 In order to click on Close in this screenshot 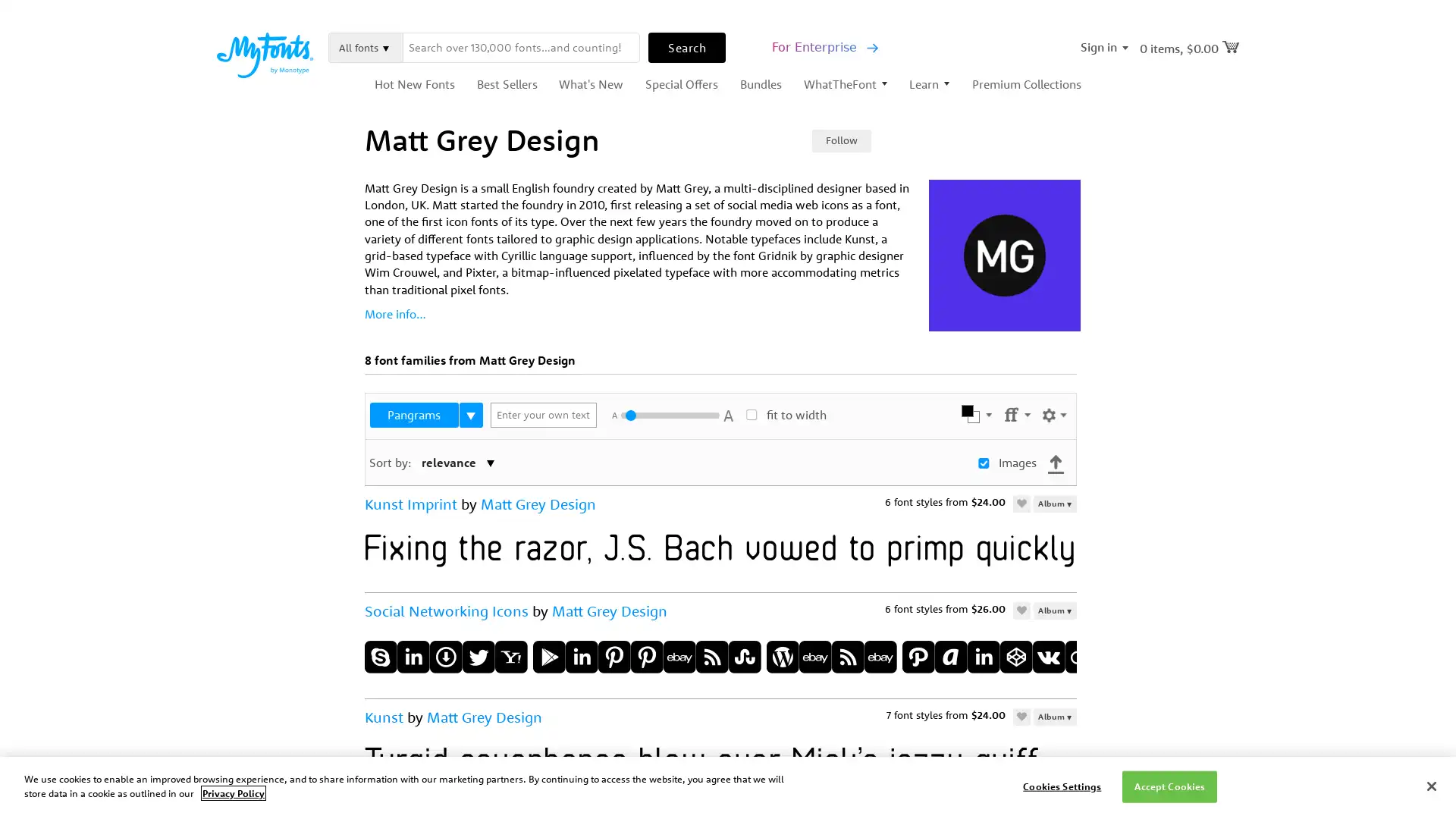, I will do `click(1430, 785)`.